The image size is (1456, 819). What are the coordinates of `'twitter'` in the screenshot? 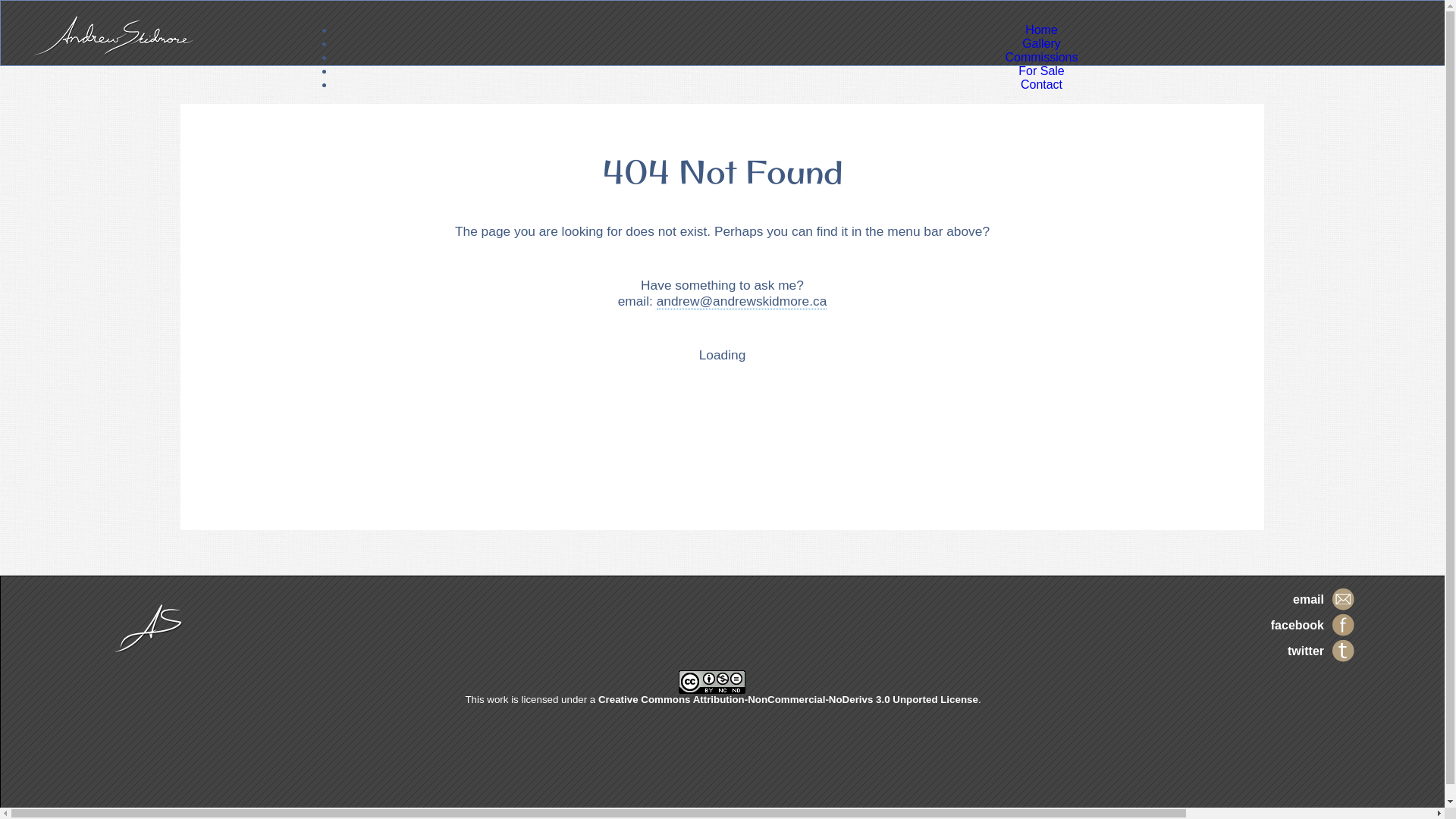 It's located at (1305, 650).